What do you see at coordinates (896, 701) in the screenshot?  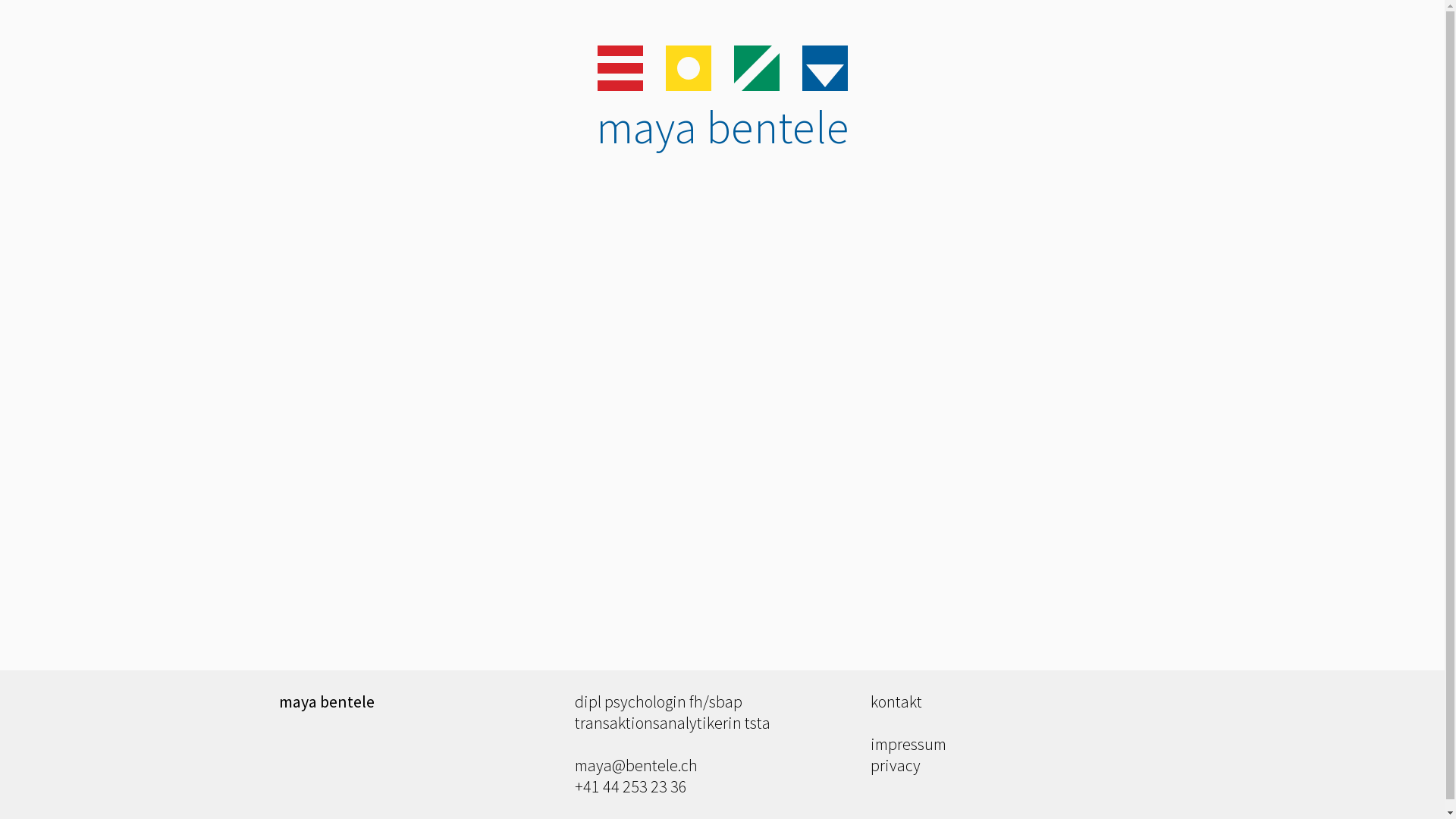 I see `'kontakt'` at bounding box center [896, 701].